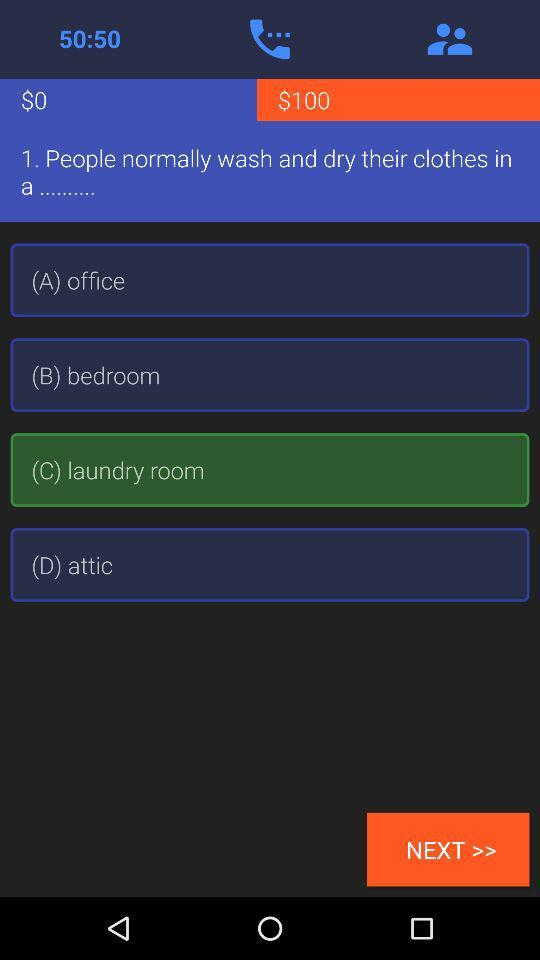 Image resolution: width=540 pixels, height=960 pixels. What do you see at coordinates (89, 38) in the screenshot?
I see `active call time` at bounding box center [89, 38].